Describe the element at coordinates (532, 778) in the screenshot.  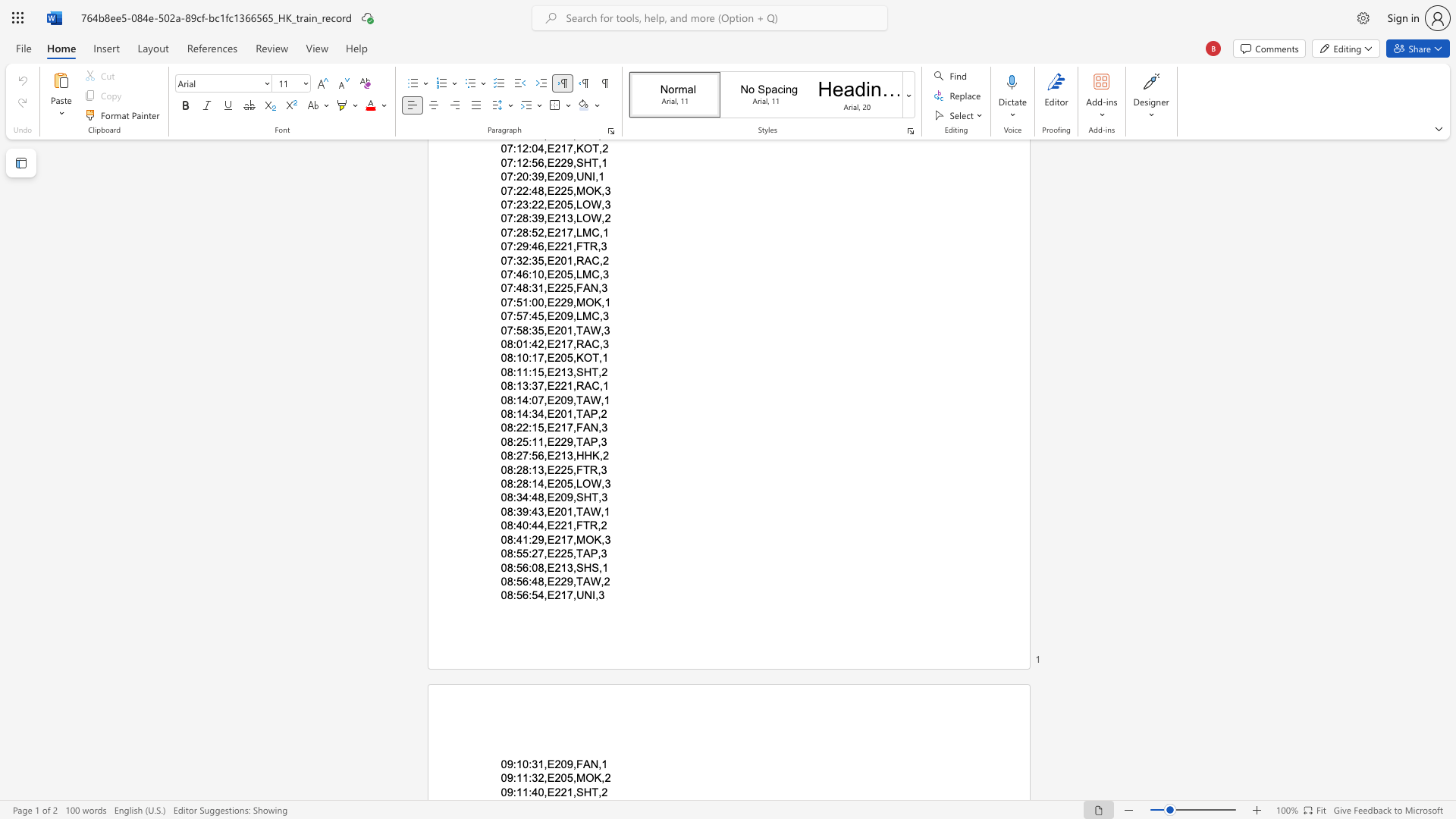
I see `the space between the continuous character ":" and "3" in the text` at that location.